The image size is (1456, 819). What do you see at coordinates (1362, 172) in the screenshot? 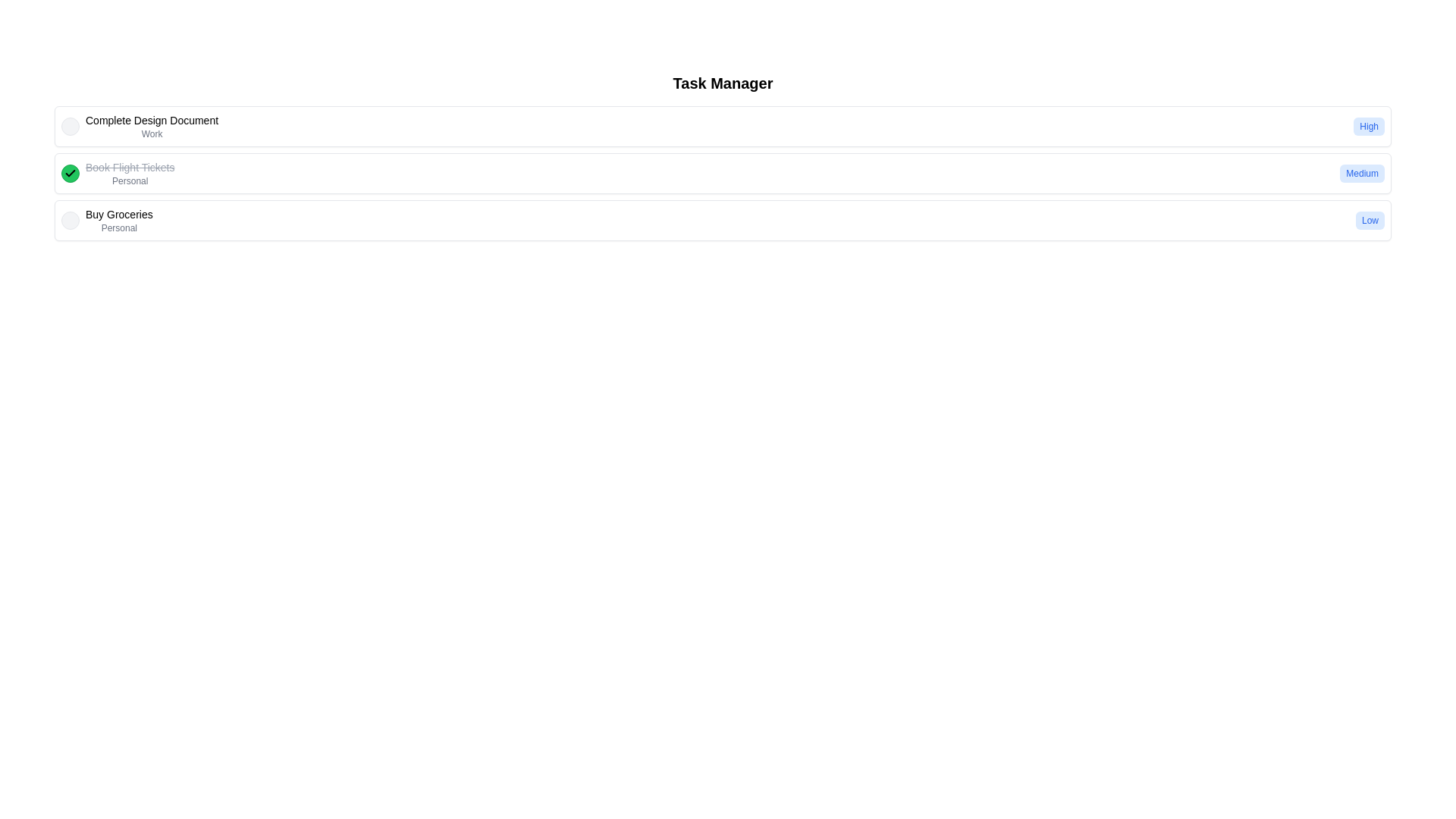
I see `the priority represented by the label with light blue background and blue text displaying 'Medium', which is located in the second row of the task list, next to 'Book Flight Tickets'` at bounding box center [1362, 172].